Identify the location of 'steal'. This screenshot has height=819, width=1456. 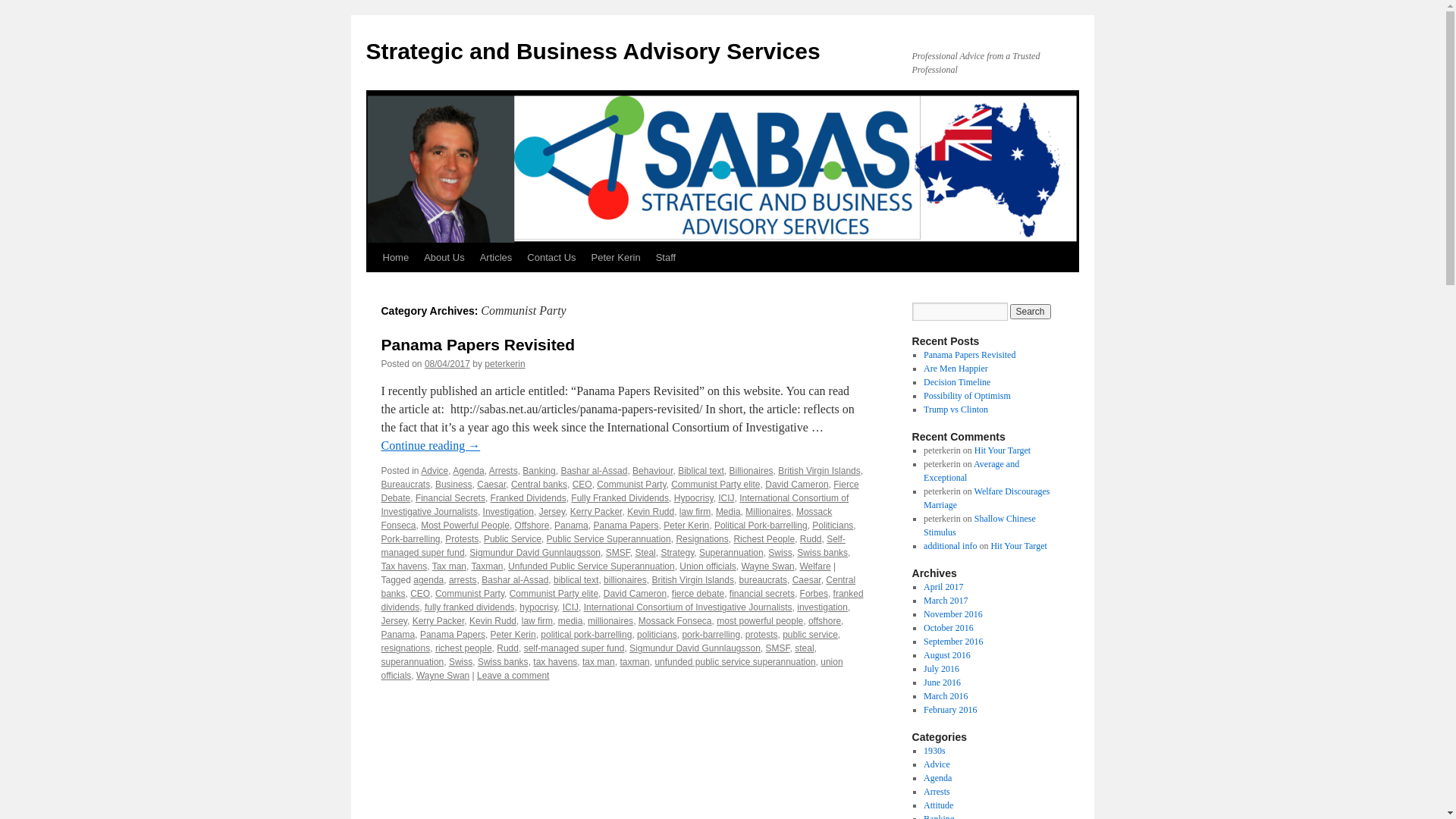
(803, 648).